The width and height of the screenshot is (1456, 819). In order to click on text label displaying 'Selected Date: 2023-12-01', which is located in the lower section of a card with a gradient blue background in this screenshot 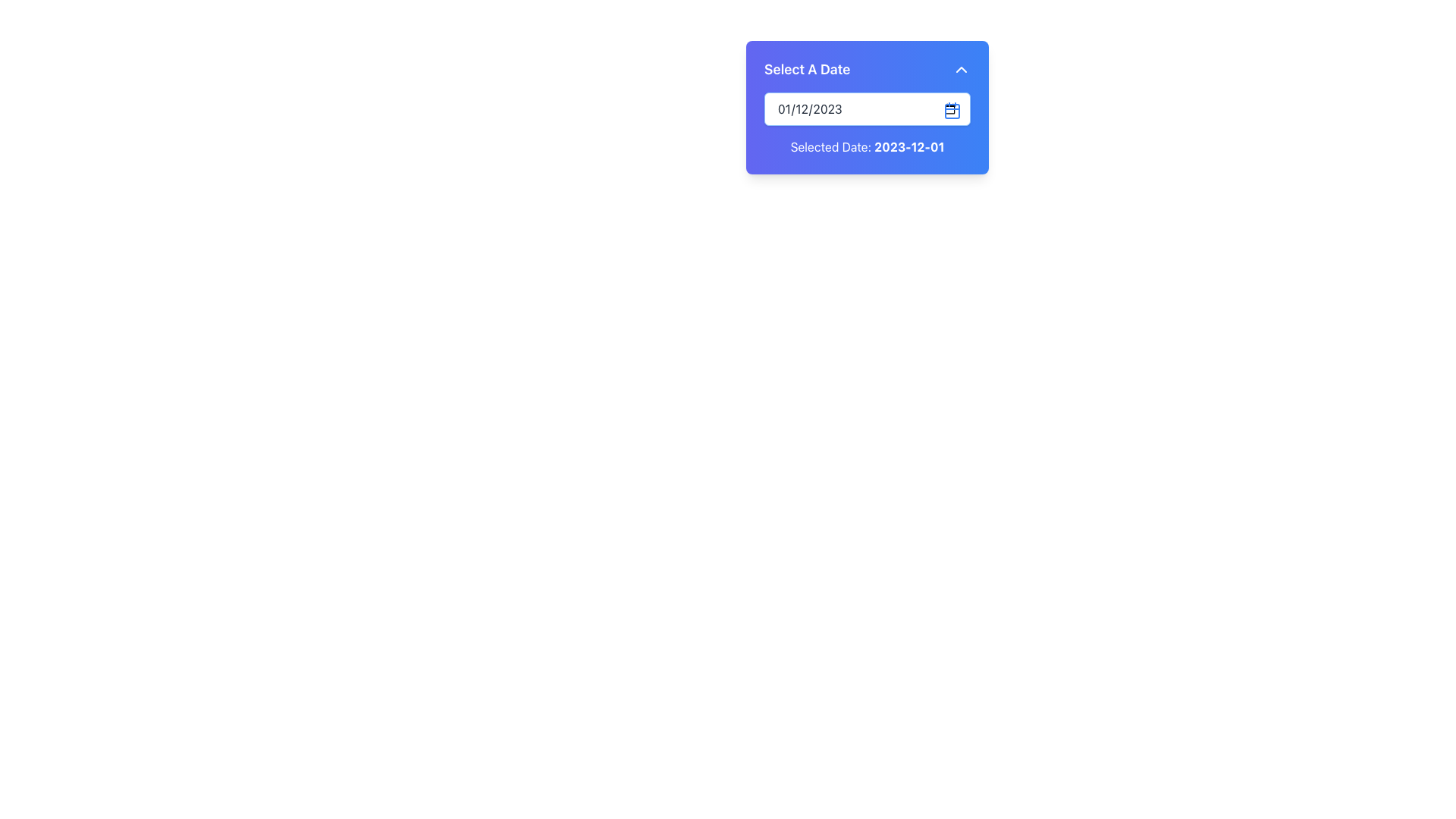, I will do `click(867, 146)`.